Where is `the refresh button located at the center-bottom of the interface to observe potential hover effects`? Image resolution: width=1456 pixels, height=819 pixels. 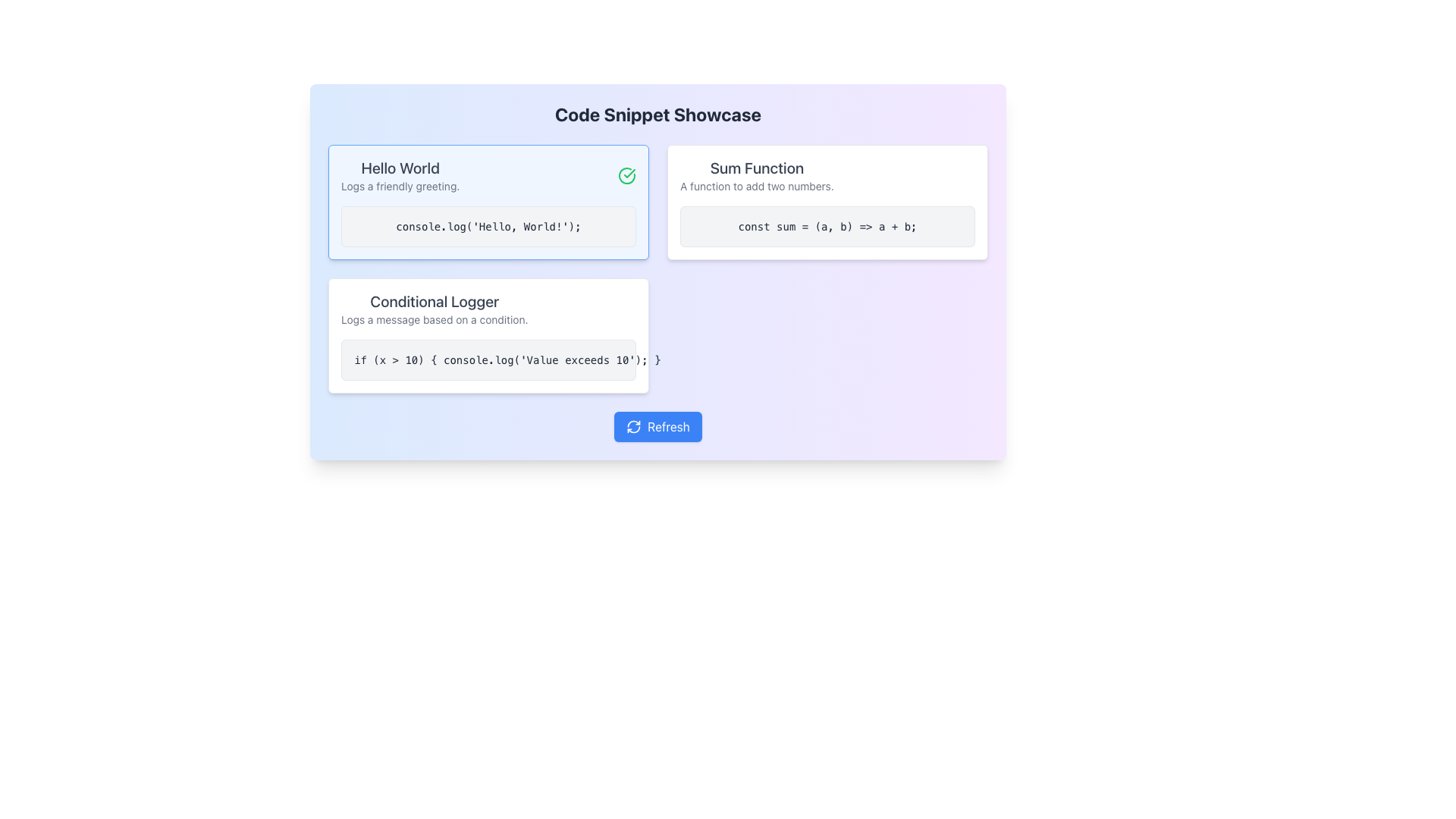
the refresh button located at the center-bottom of the interface to observe potential hover effects is located at coordinates (658, 427).